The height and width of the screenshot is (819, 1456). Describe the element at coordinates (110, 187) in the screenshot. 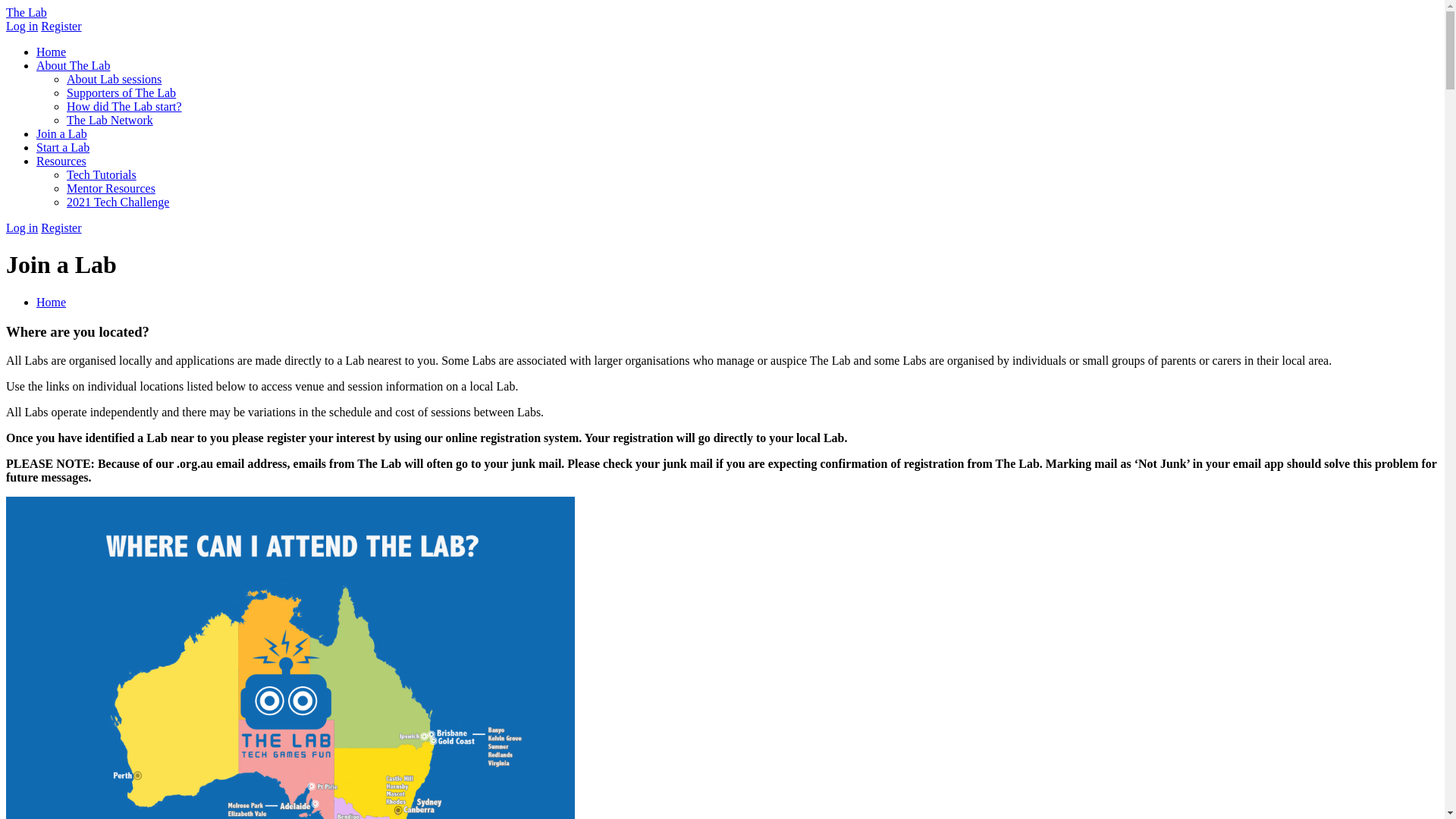

I see `'Mentor Resources'` at that location.